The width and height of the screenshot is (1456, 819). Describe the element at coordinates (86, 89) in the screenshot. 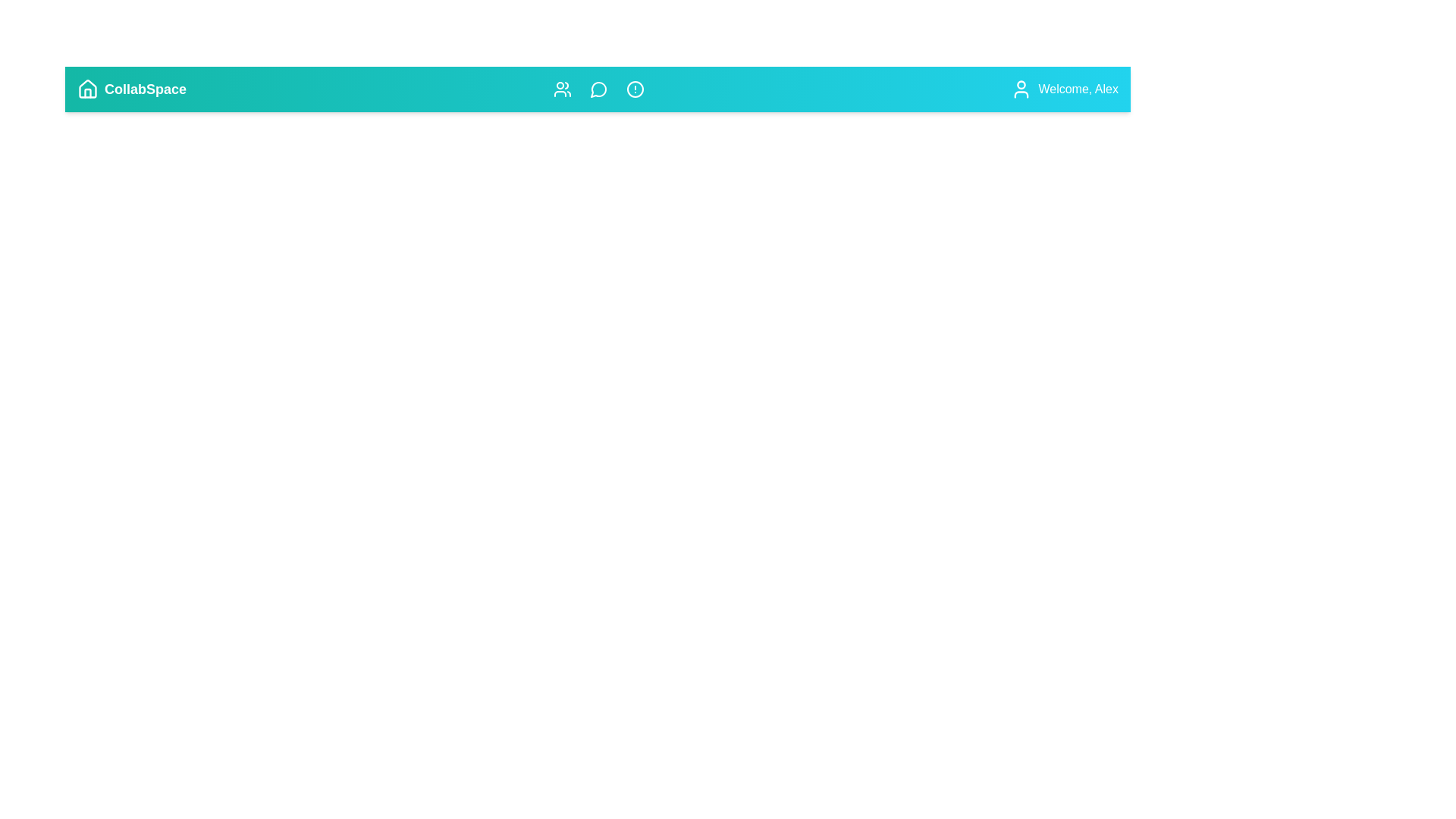

I see `the 'Home' icon to navigate to the homepage` at that location.